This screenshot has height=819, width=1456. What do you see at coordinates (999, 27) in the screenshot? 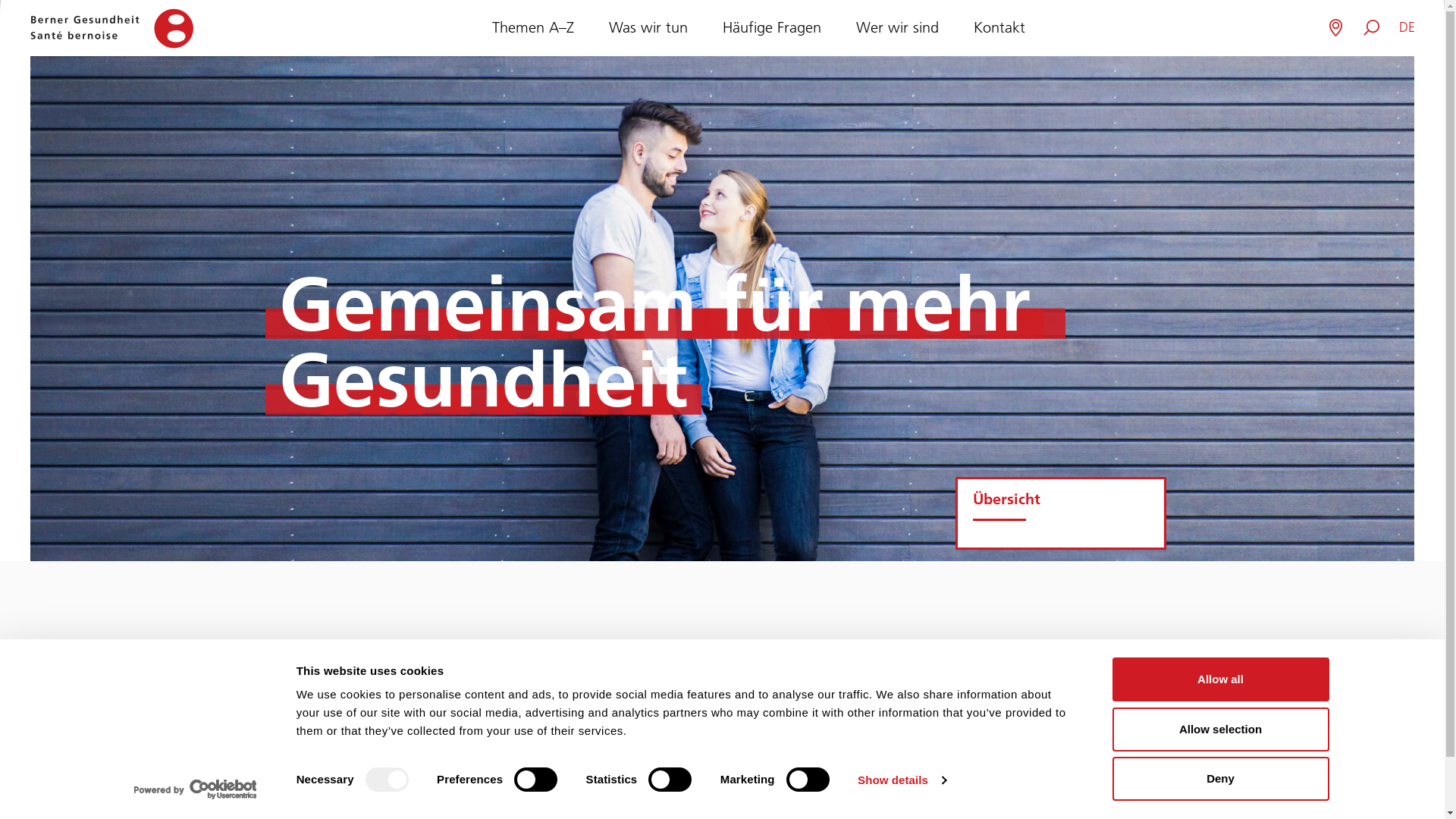
I see `'Kontakt'` at bounding box center [999, 27].